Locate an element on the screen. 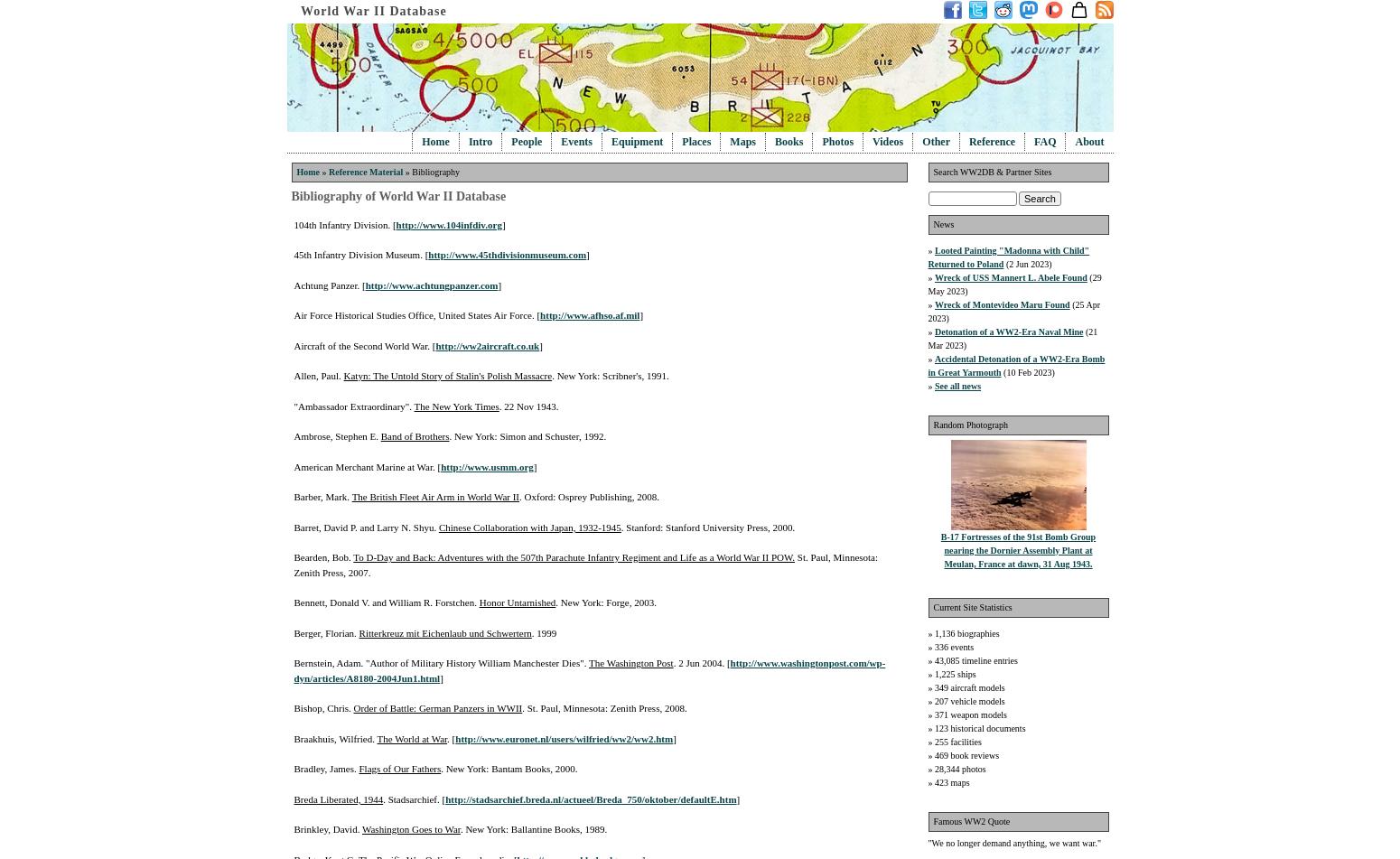  'Places' is located at coordinates (682, 142).